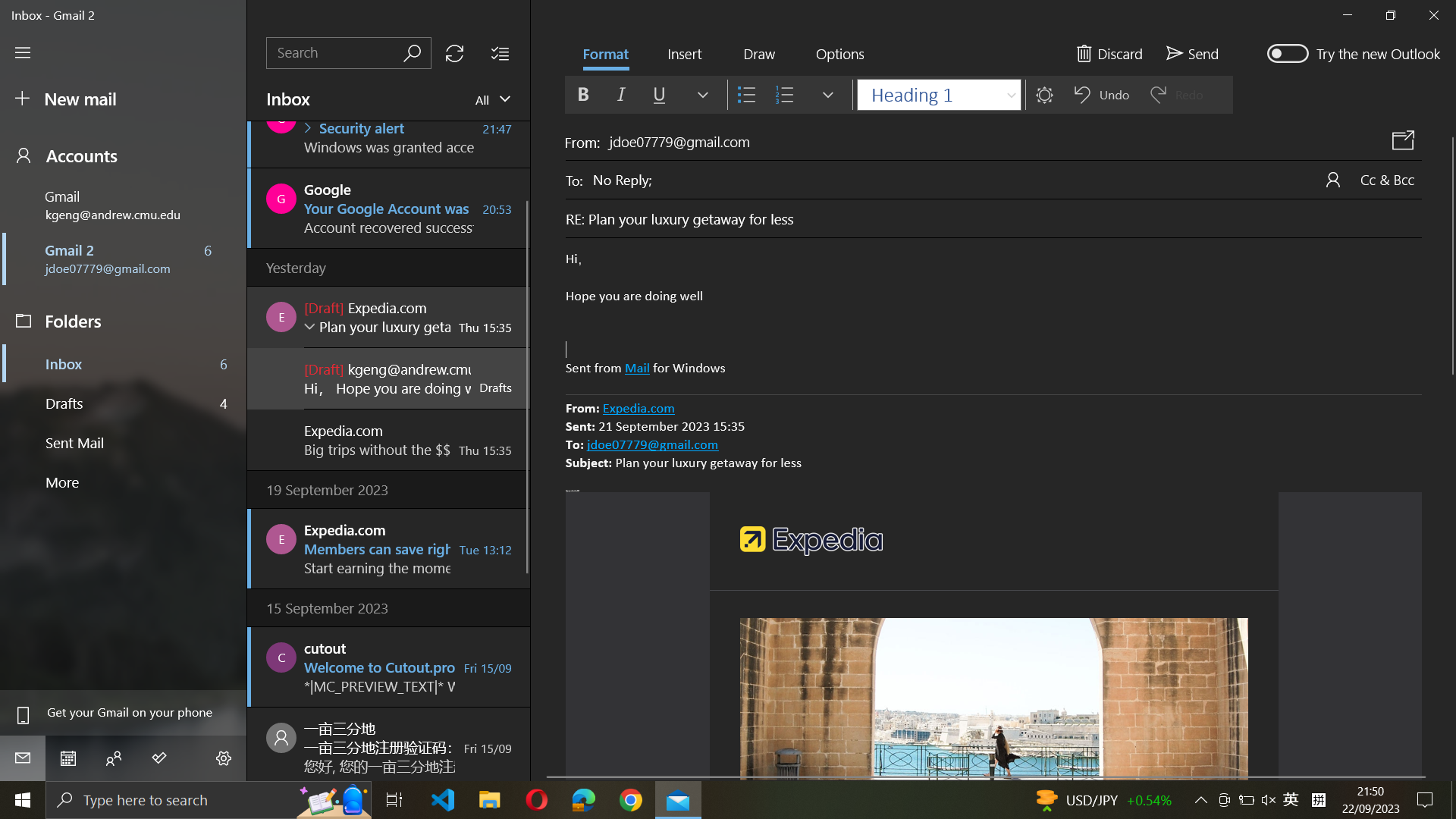  Describe the element at coordinates (121, 99) in the screenshot. I see `Create a new mail` at that location.